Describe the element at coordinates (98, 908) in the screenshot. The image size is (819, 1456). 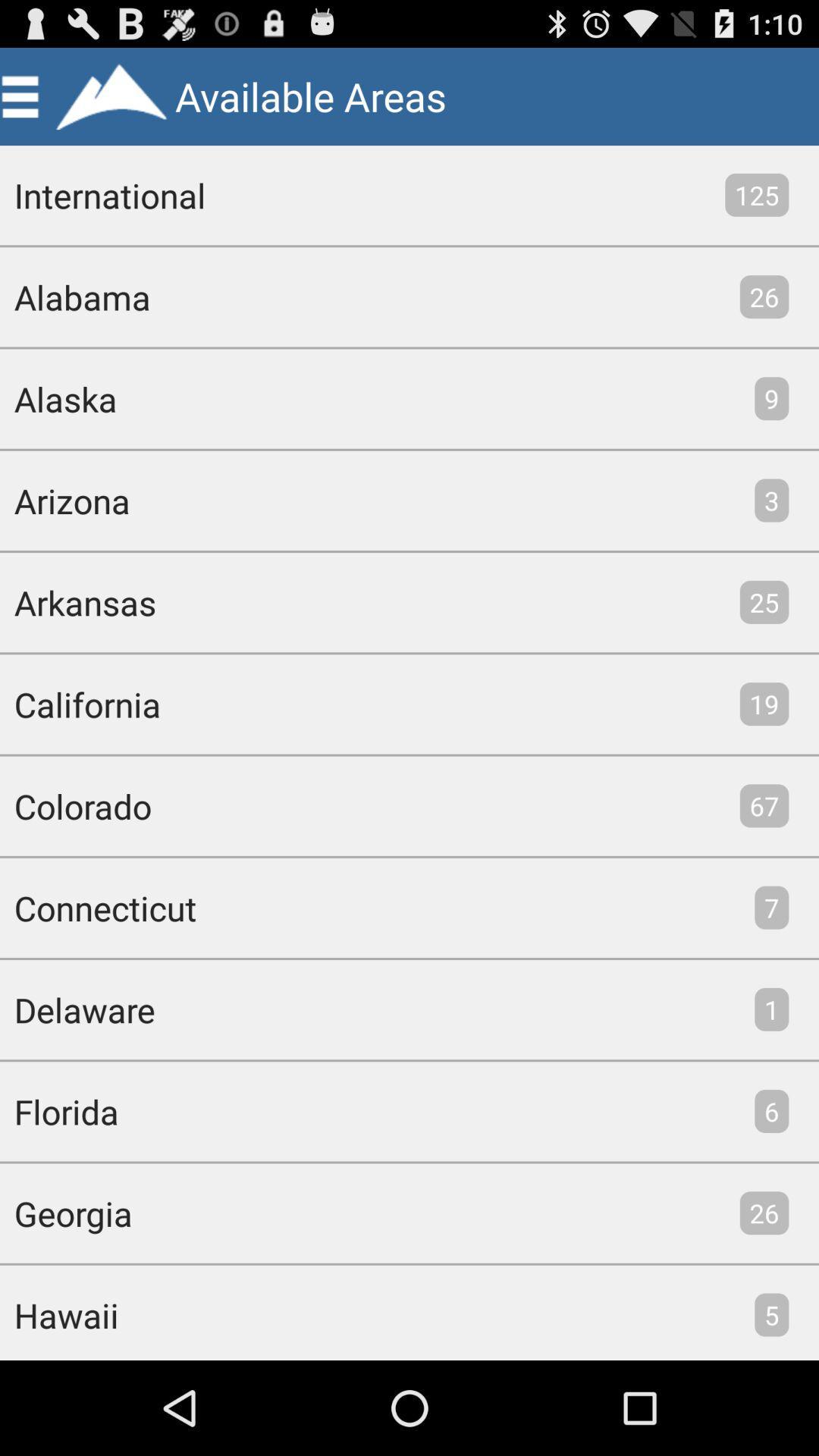
I see `the app to the left of 7 item` at that location.